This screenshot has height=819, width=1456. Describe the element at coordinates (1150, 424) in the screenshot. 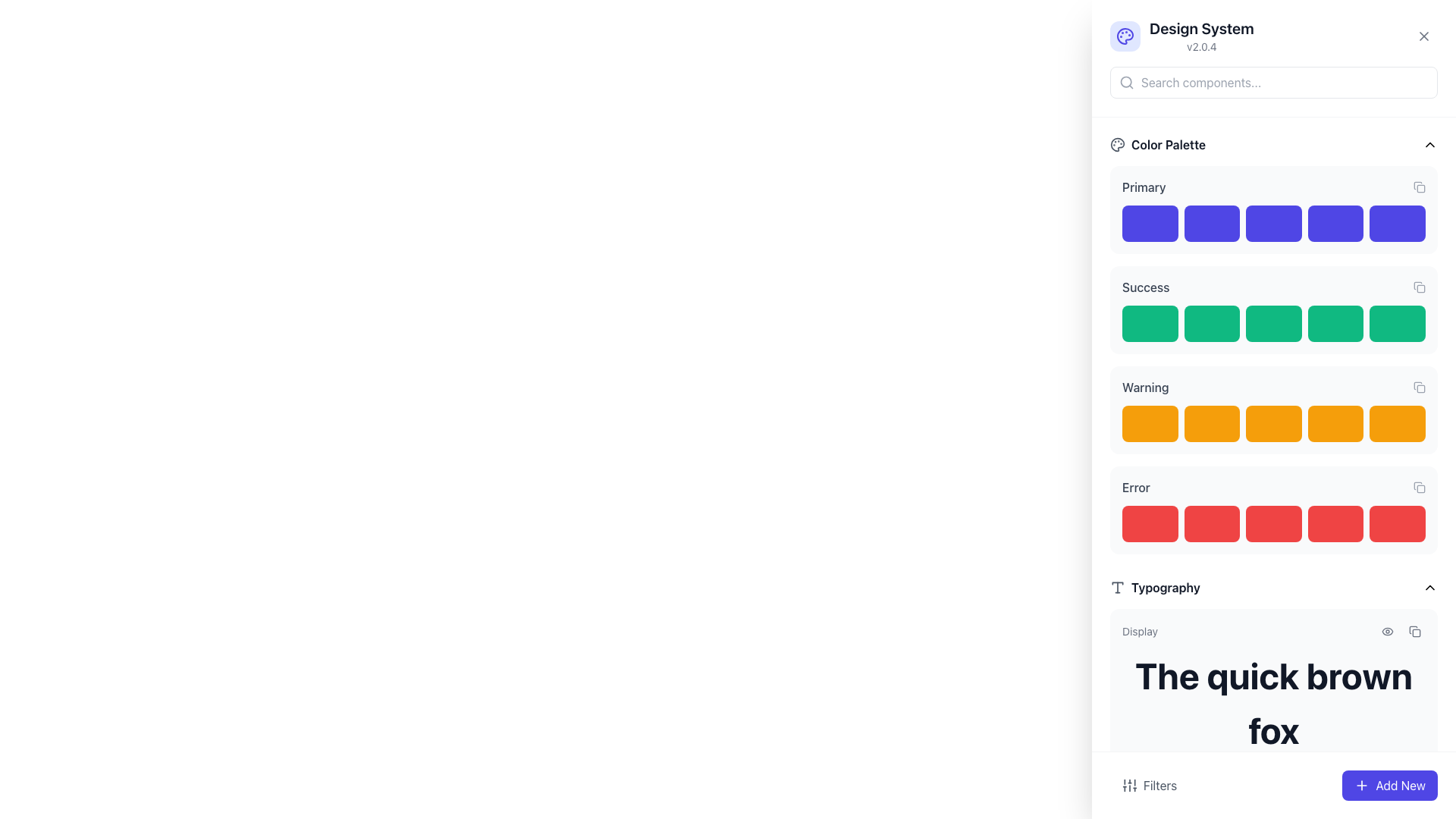

I see `the vibrant orange button with rounded corners located in the 'Warning' section` at that location.